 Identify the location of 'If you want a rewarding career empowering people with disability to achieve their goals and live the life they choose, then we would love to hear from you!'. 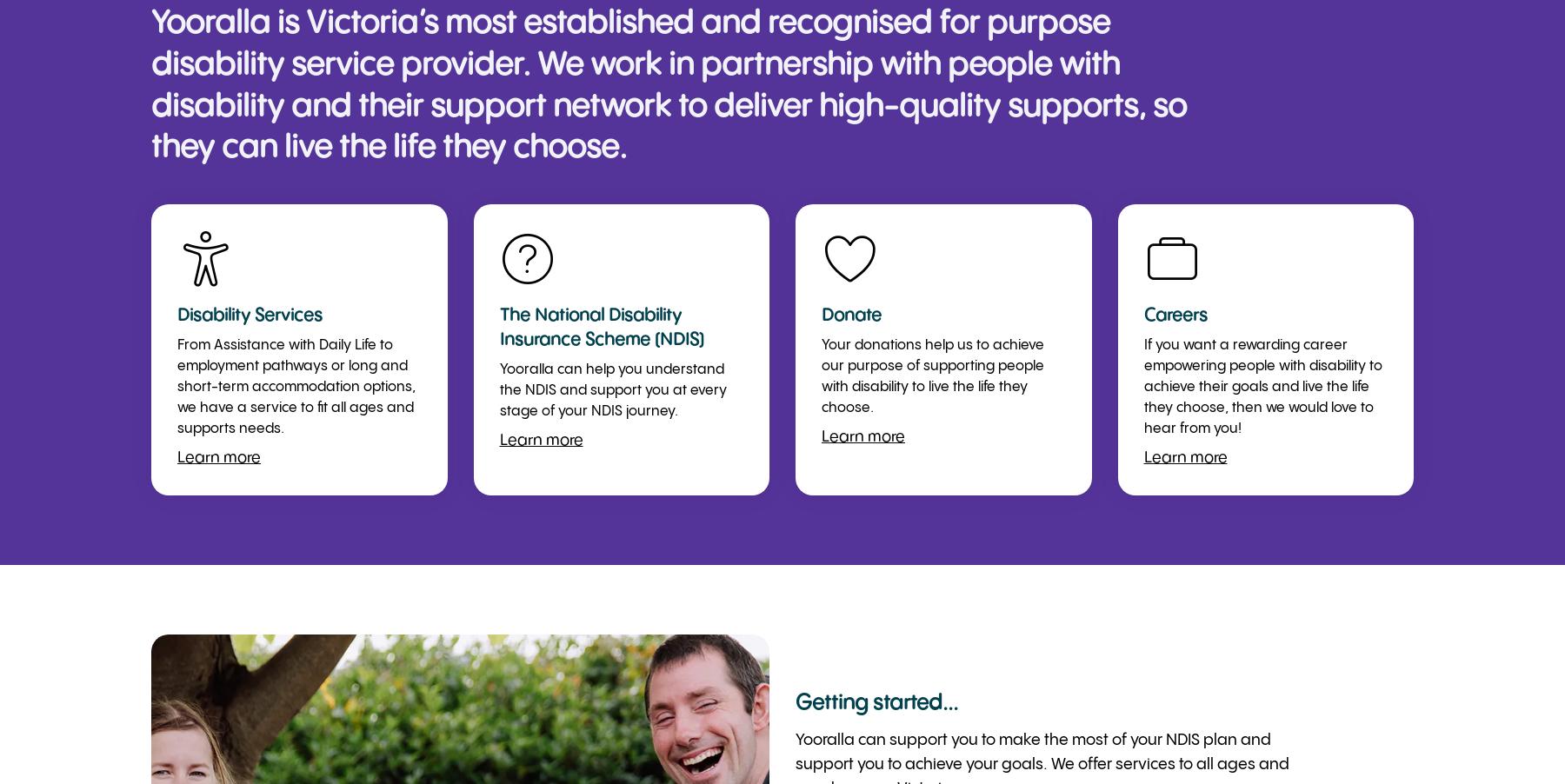
(1143, 387).